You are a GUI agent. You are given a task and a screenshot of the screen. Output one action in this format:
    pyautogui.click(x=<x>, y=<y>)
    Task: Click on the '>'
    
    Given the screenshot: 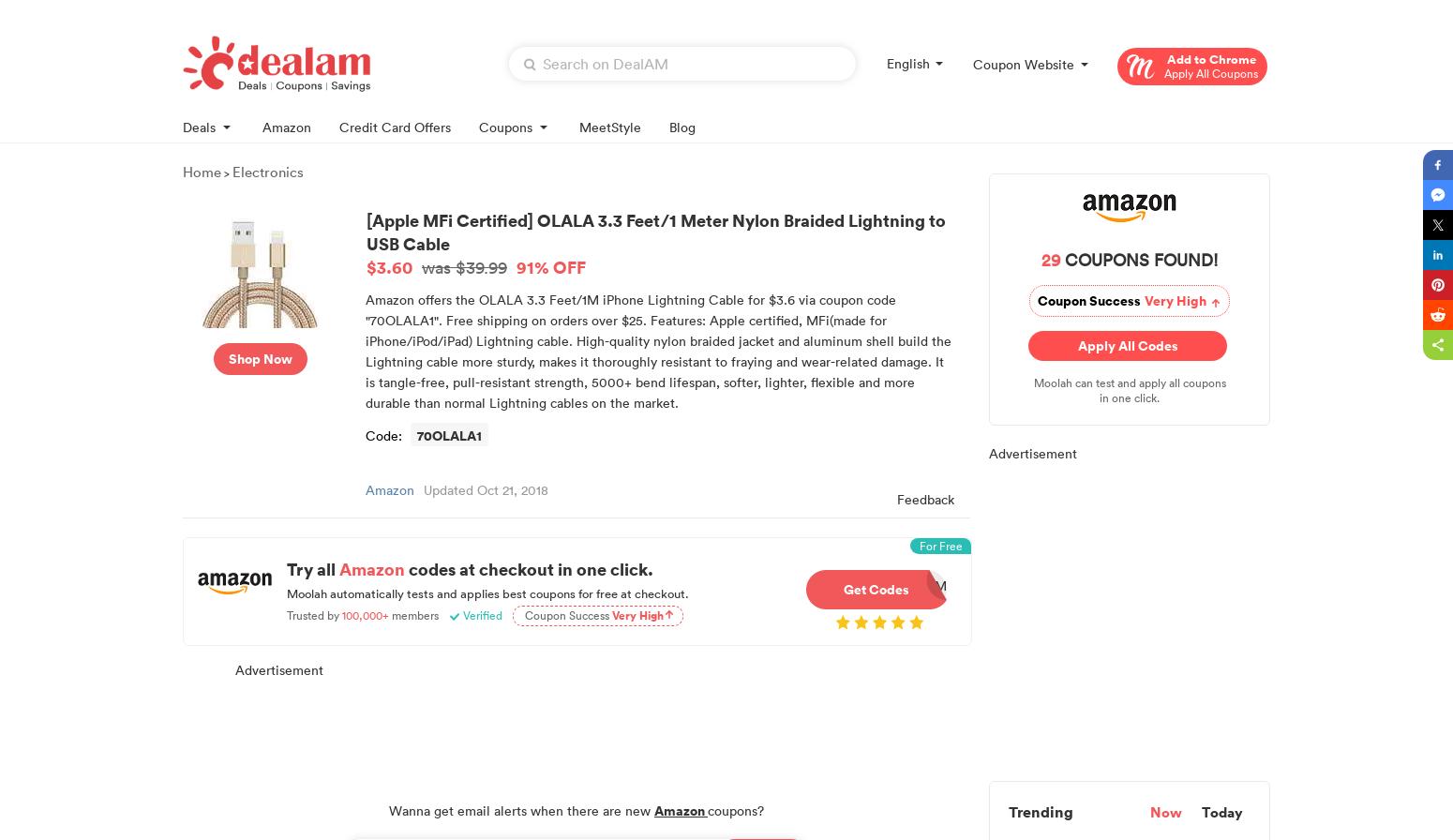 What is the action you would take?
    pyautogui.click(x=228, y=172)
    